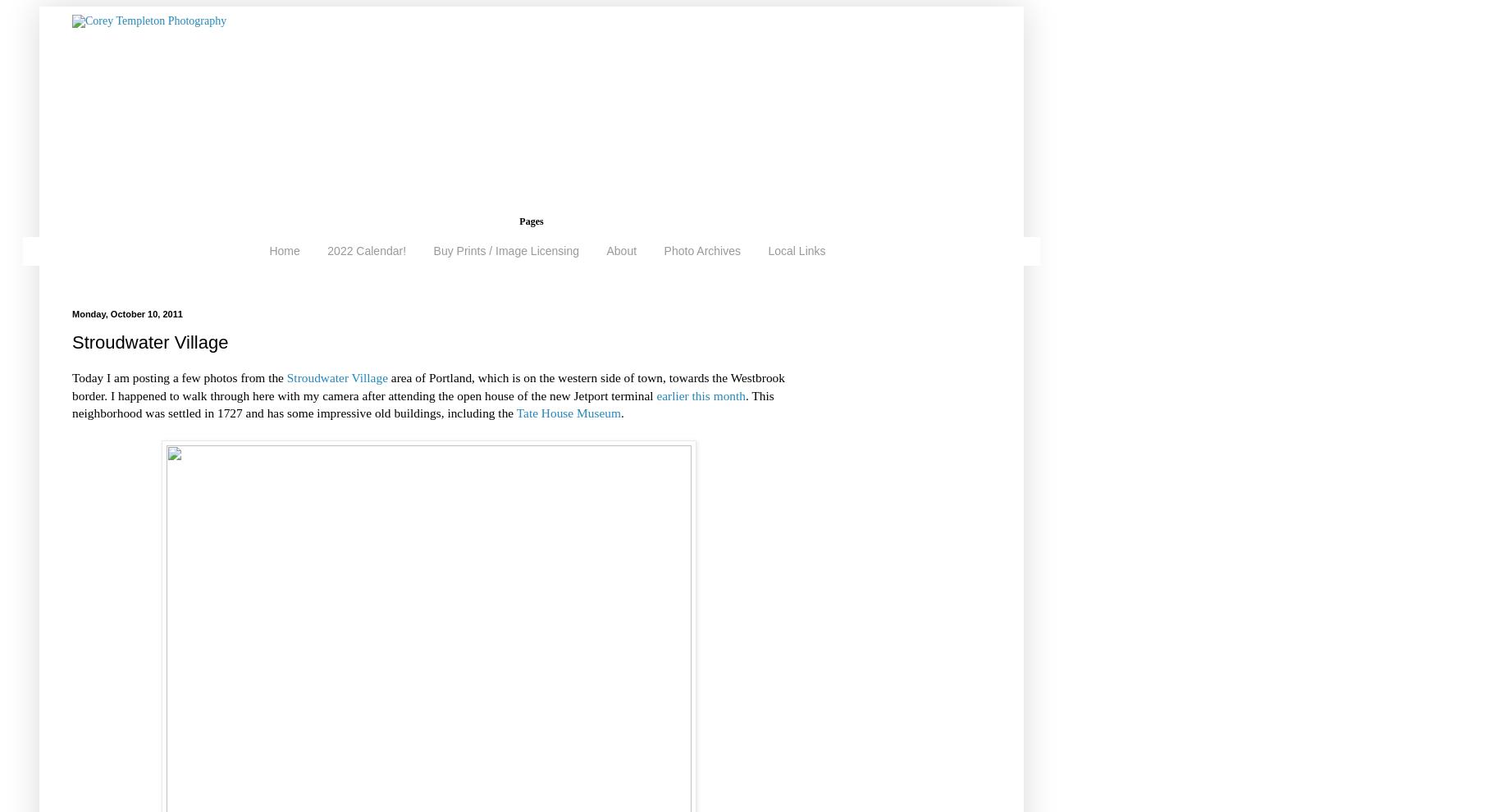  I want to click on 'Monday, October 10, 2011', so click(127, 313).